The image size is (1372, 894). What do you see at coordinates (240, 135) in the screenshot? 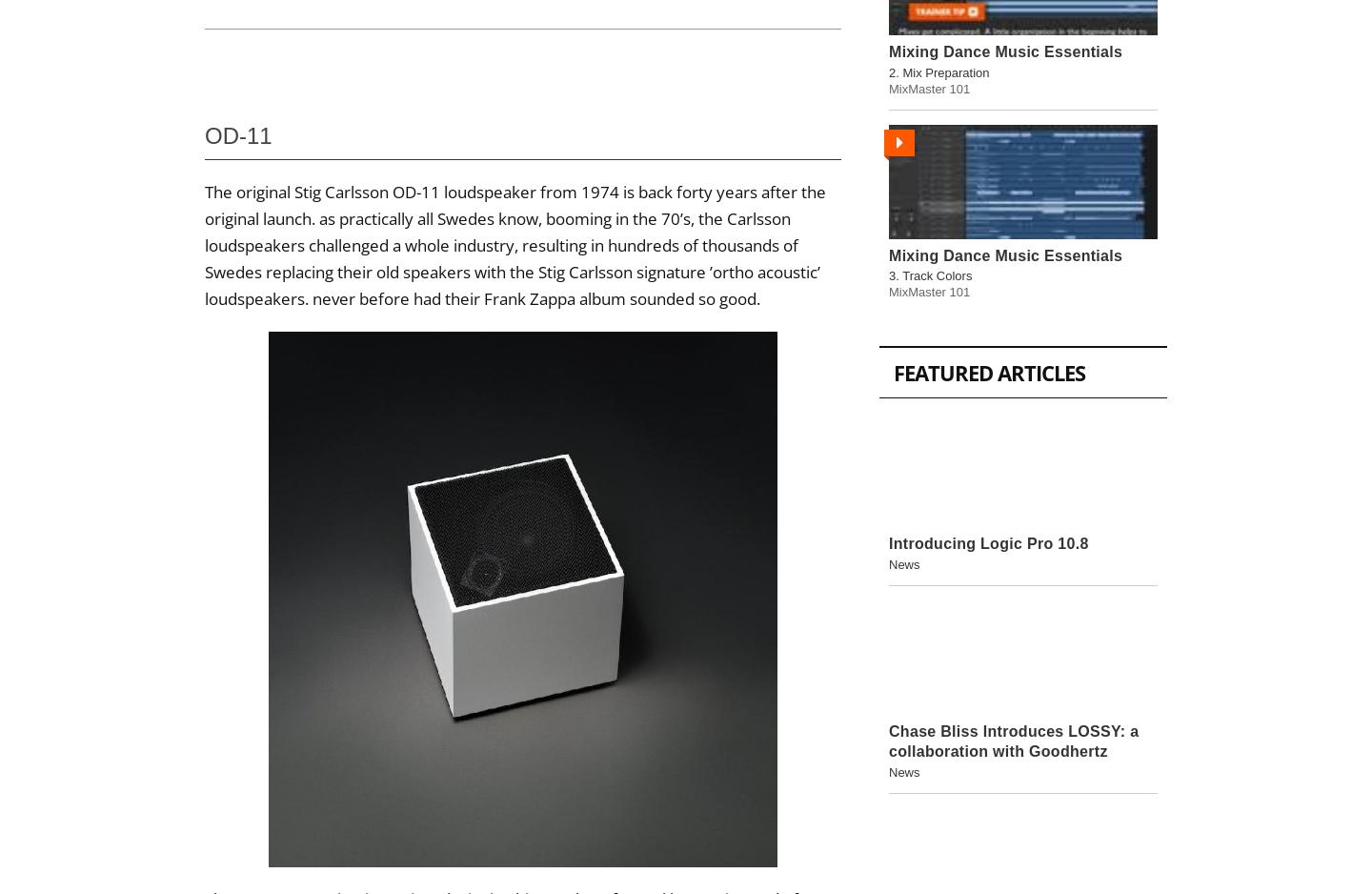
I see `'OD-11'` at bounding box center [240, 135].